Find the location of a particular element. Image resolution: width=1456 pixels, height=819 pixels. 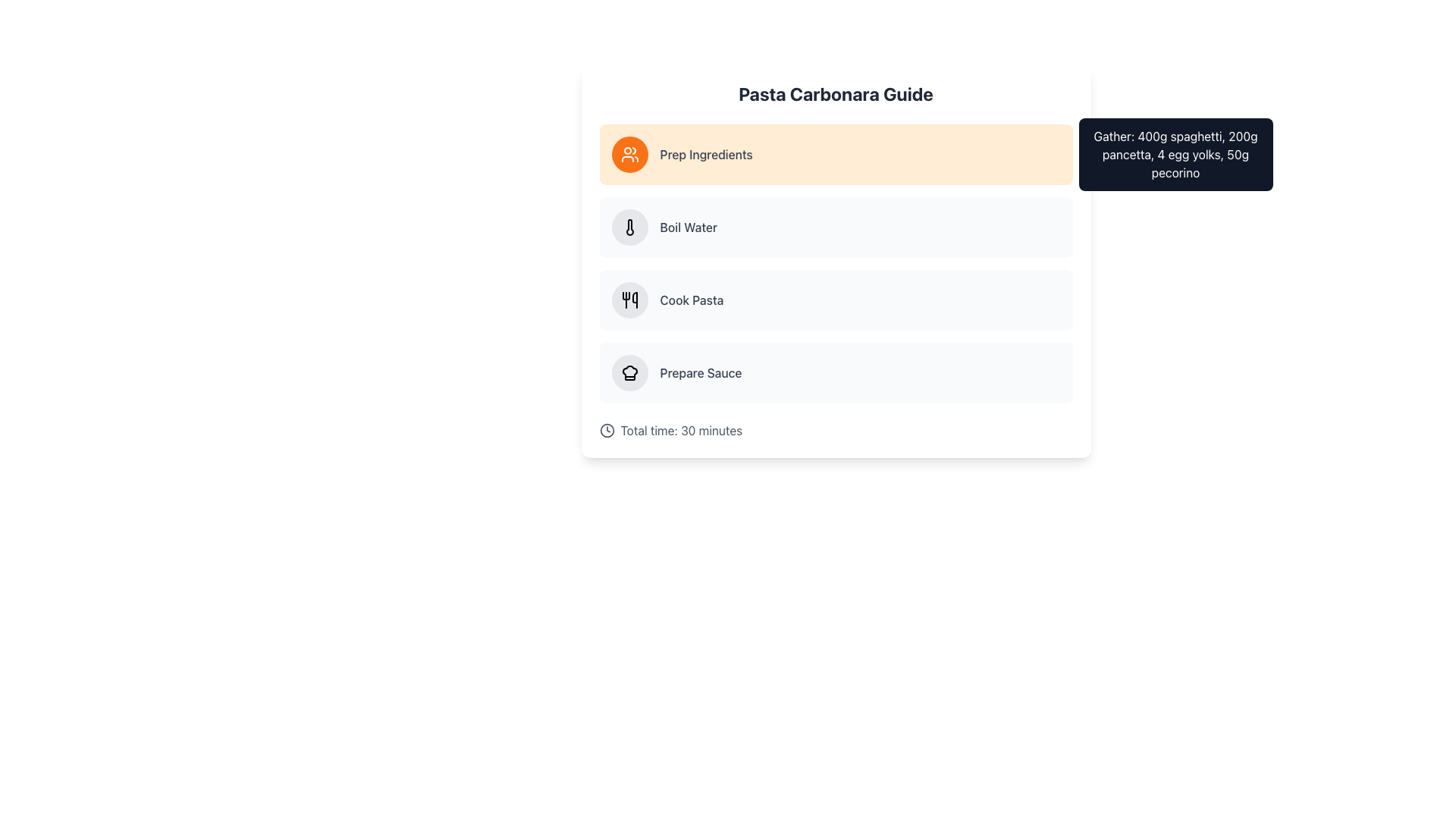

the icon of two stylized human figures in bright orange color, located in the 'Prep Ingredients' step of the 'Pasta Carbonara Guide', to interact with associated text elements is located at coordinates (629, 155).